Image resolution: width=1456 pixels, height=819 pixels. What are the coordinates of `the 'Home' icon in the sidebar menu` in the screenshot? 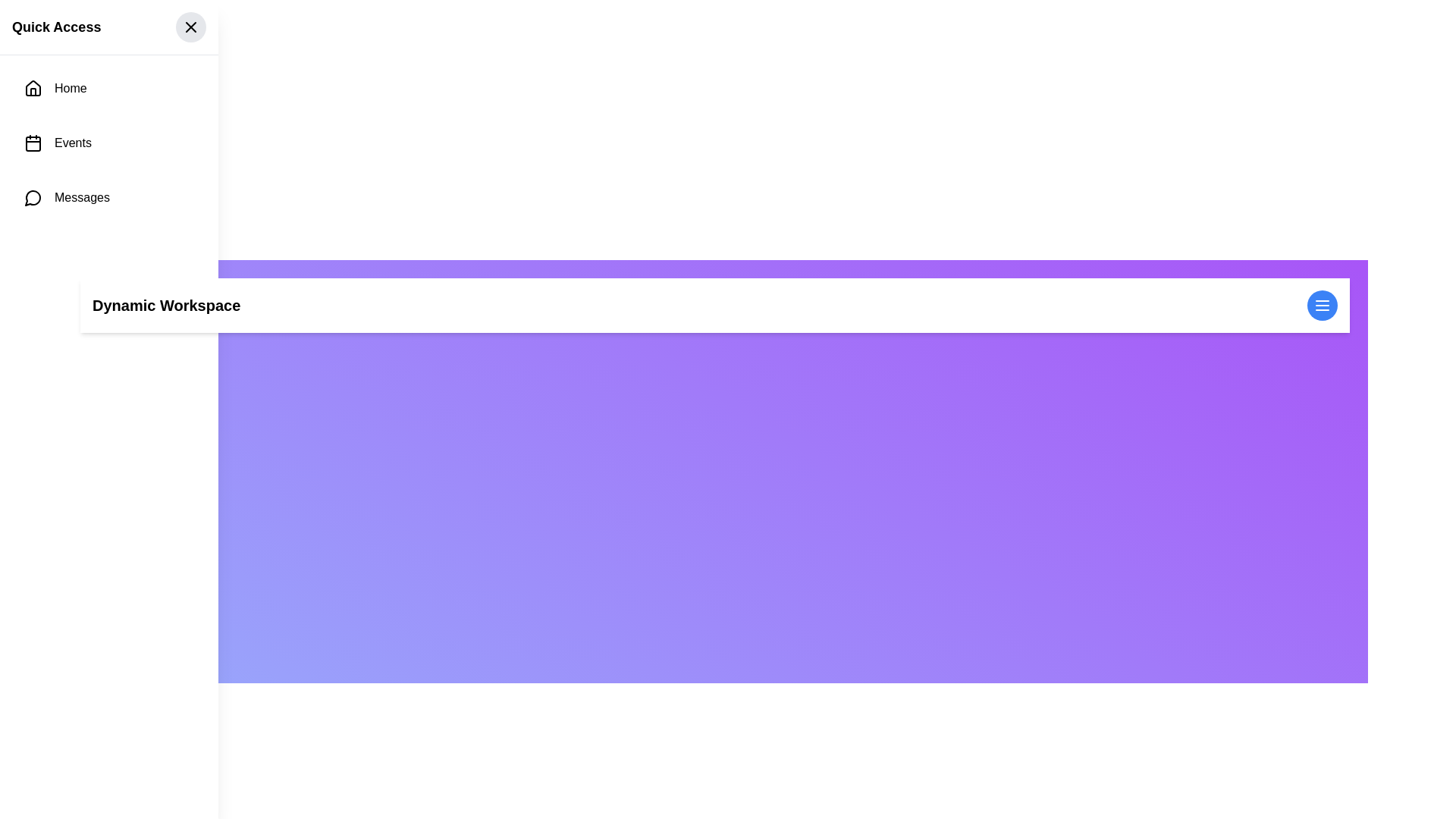 It's located at (33, 87).